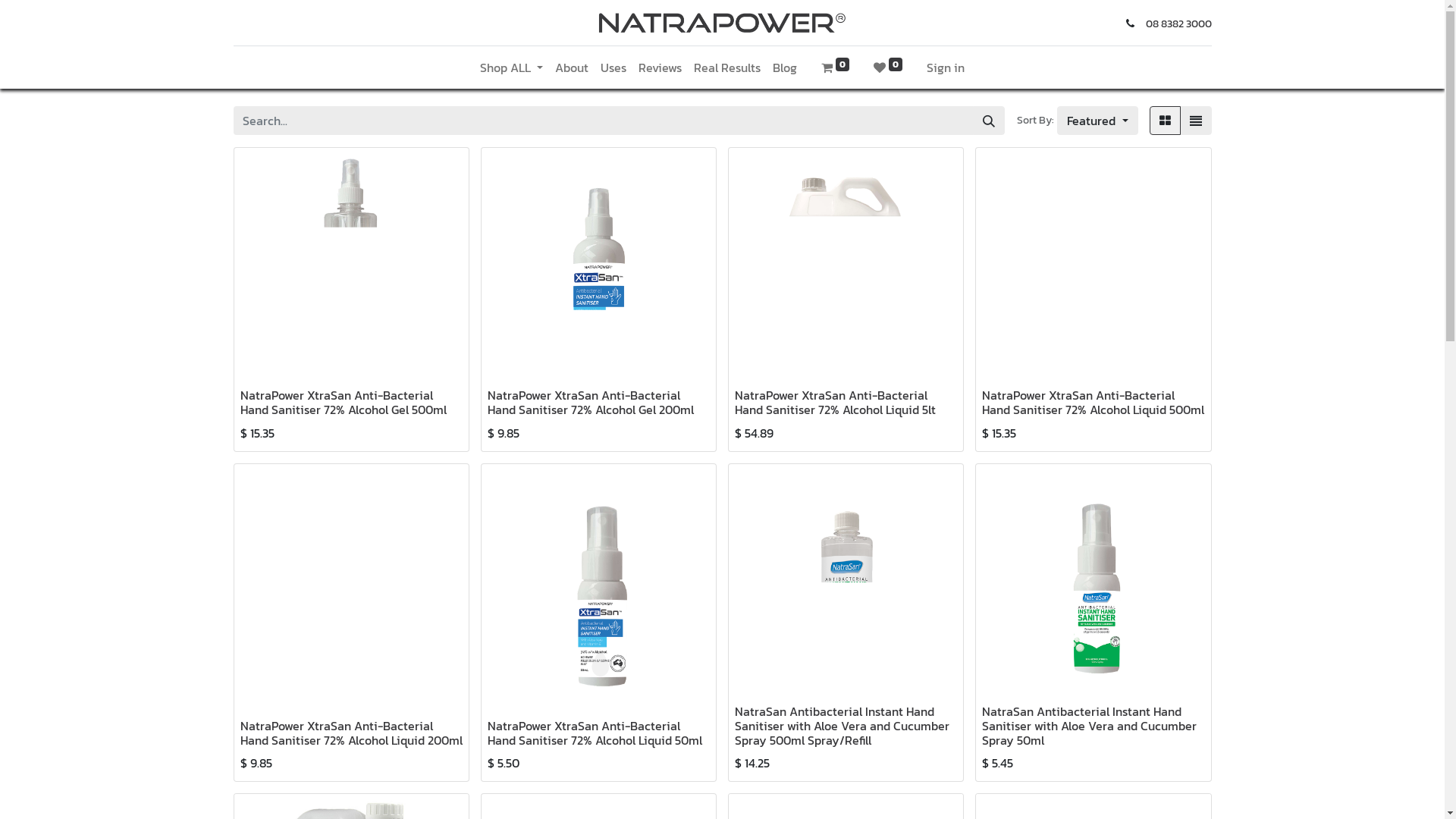  Describe the element at coordinates (785, 66) in the screenshot. I see `'Blog'` at that location.